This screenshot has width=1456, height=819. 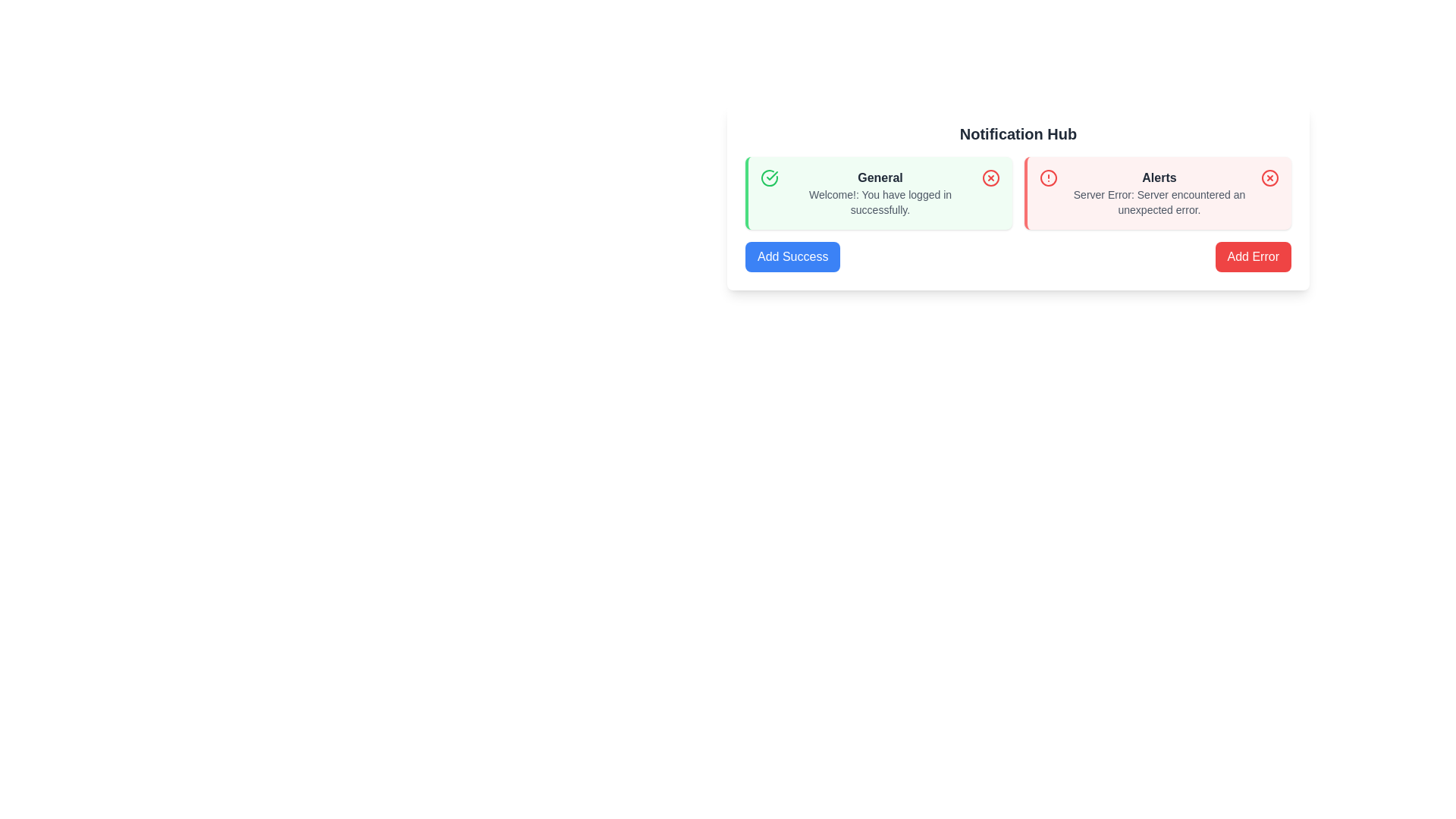 I want to click on the 'General' text label element, so click(x=880, y=177).